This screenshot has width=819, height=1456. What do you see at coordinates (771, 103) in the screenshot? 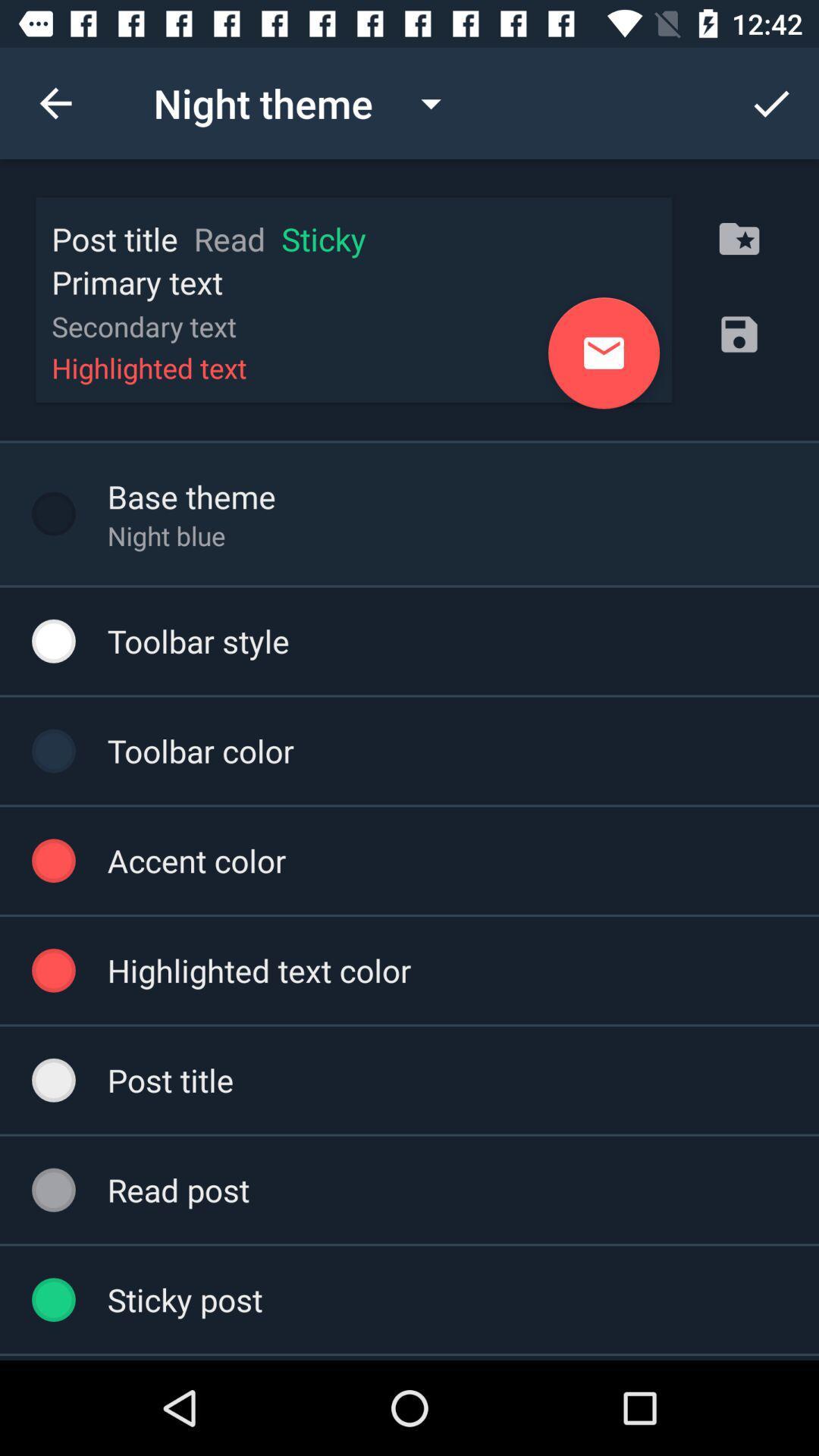
I see `the button at top right corner of the page` at bounding box center [771, 103].